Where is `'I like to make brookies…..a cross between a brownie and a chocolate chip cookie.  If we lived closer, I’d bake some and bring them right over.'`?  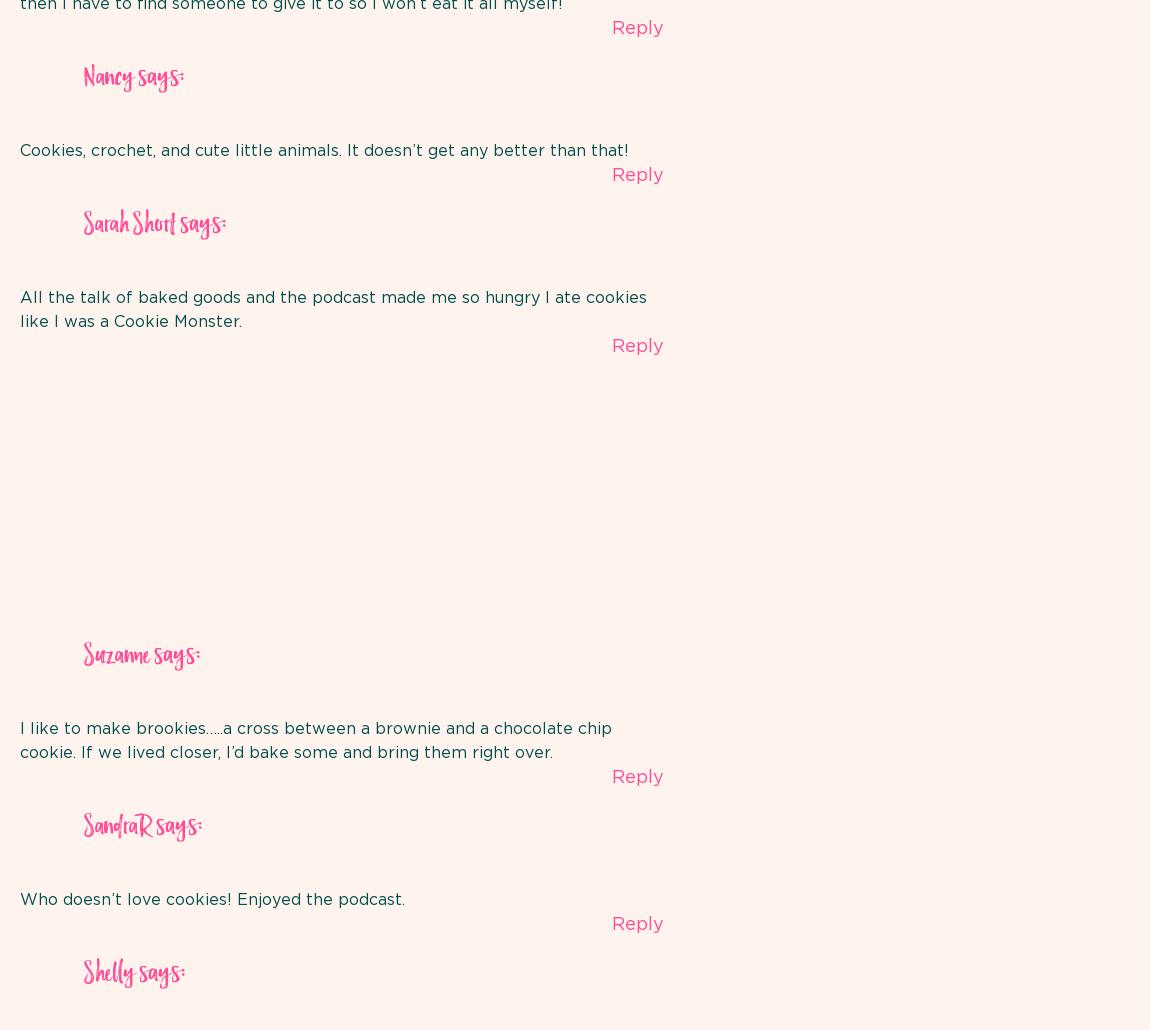 'I like to make brookies…..a cross between a brownie and a chocolate chip cookie.  If we lived closer, I’d bake some and bring them right over.' is located at coordinates (316, 739).